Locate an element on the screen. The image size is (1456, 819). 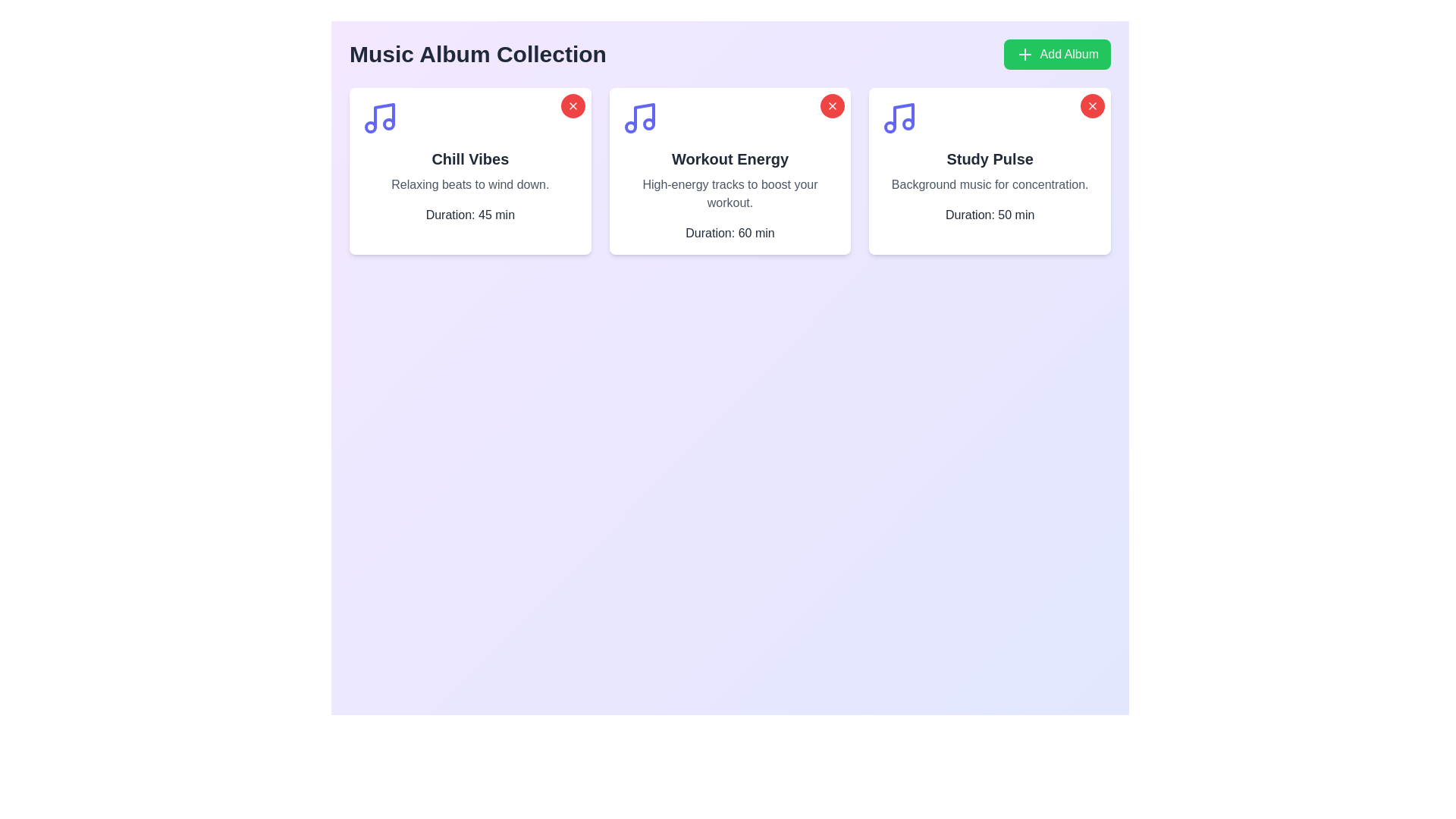
the grid layout surrounding the 'Workout Energy' album information card, which is the second card in a row of three within the grid structure is located at coordinates (730, 171).